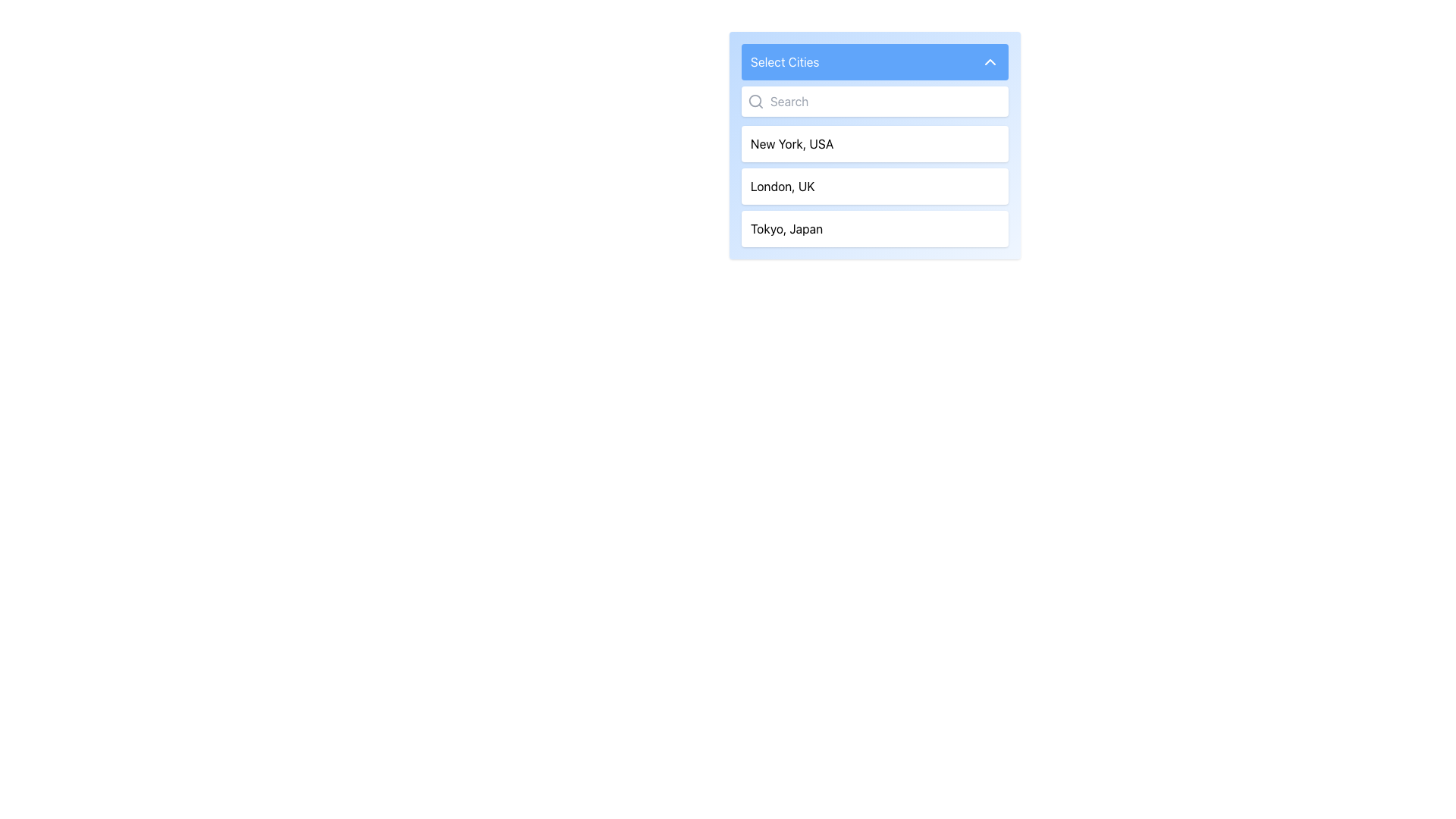 The height and width of the screenshot is (819, 1456). I want to click on the search input field located directly above the list of city options under the 'Select Cities' section, so click(874, 102).